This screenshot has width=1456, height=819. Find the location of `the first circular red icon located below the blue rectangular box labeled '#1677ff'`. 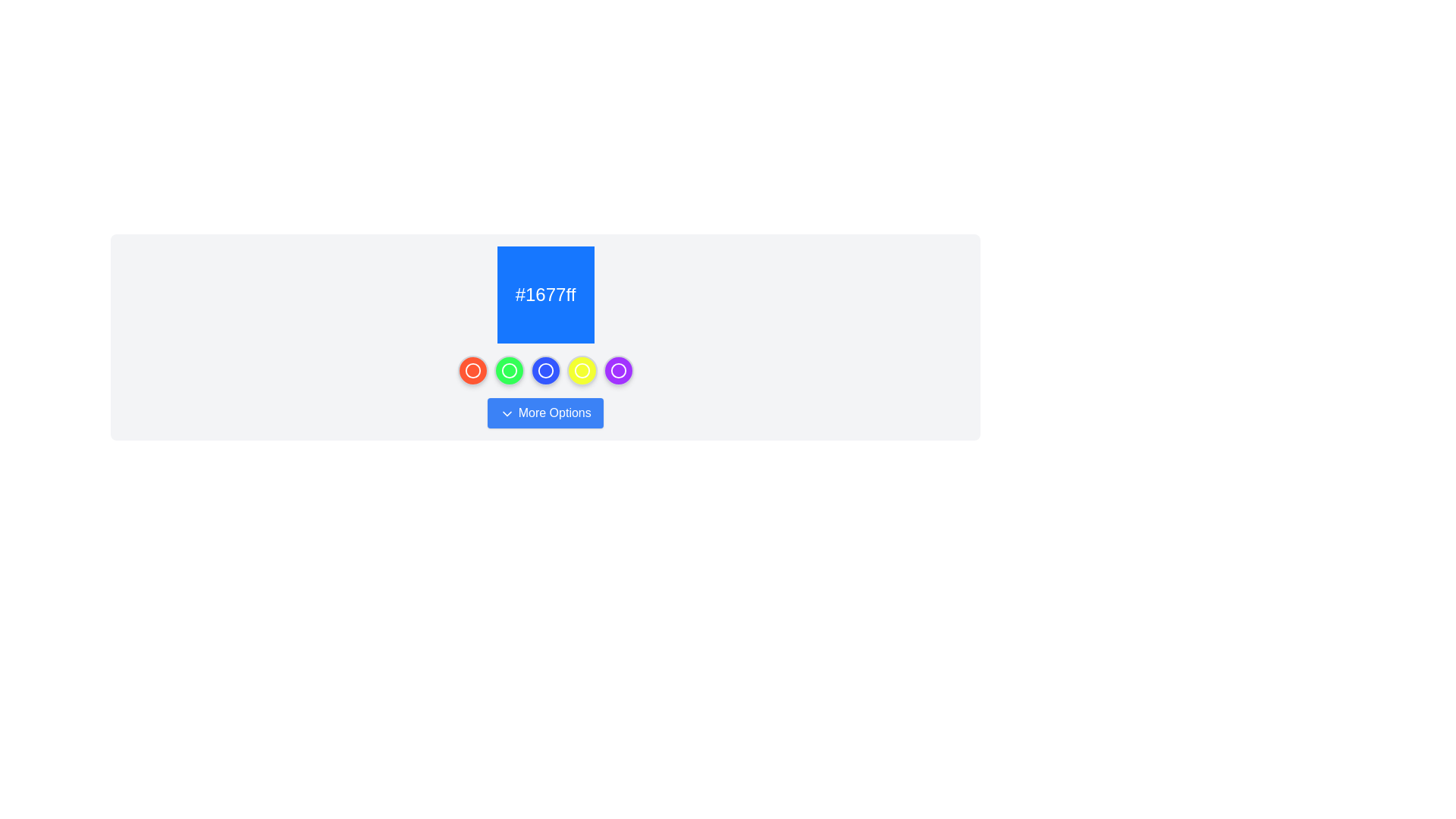

the first circular red icon located below the blue rectangular box labeled '#1677ff' is located at coordinates (472, 371).